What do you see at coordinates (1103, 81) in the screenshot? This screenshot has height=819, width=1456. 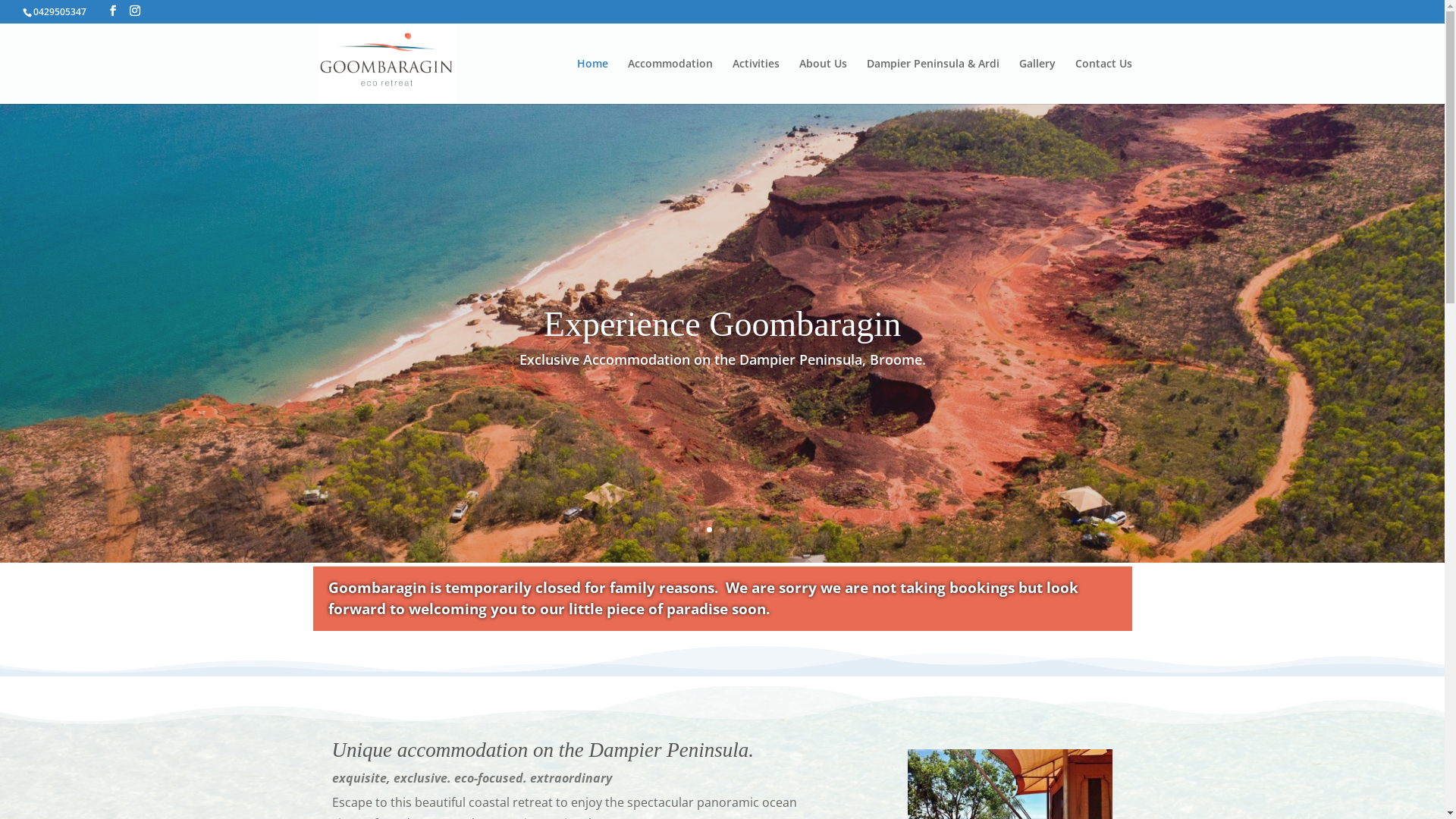 I see `'Contact Us'` at bounding box center [1103, 81].